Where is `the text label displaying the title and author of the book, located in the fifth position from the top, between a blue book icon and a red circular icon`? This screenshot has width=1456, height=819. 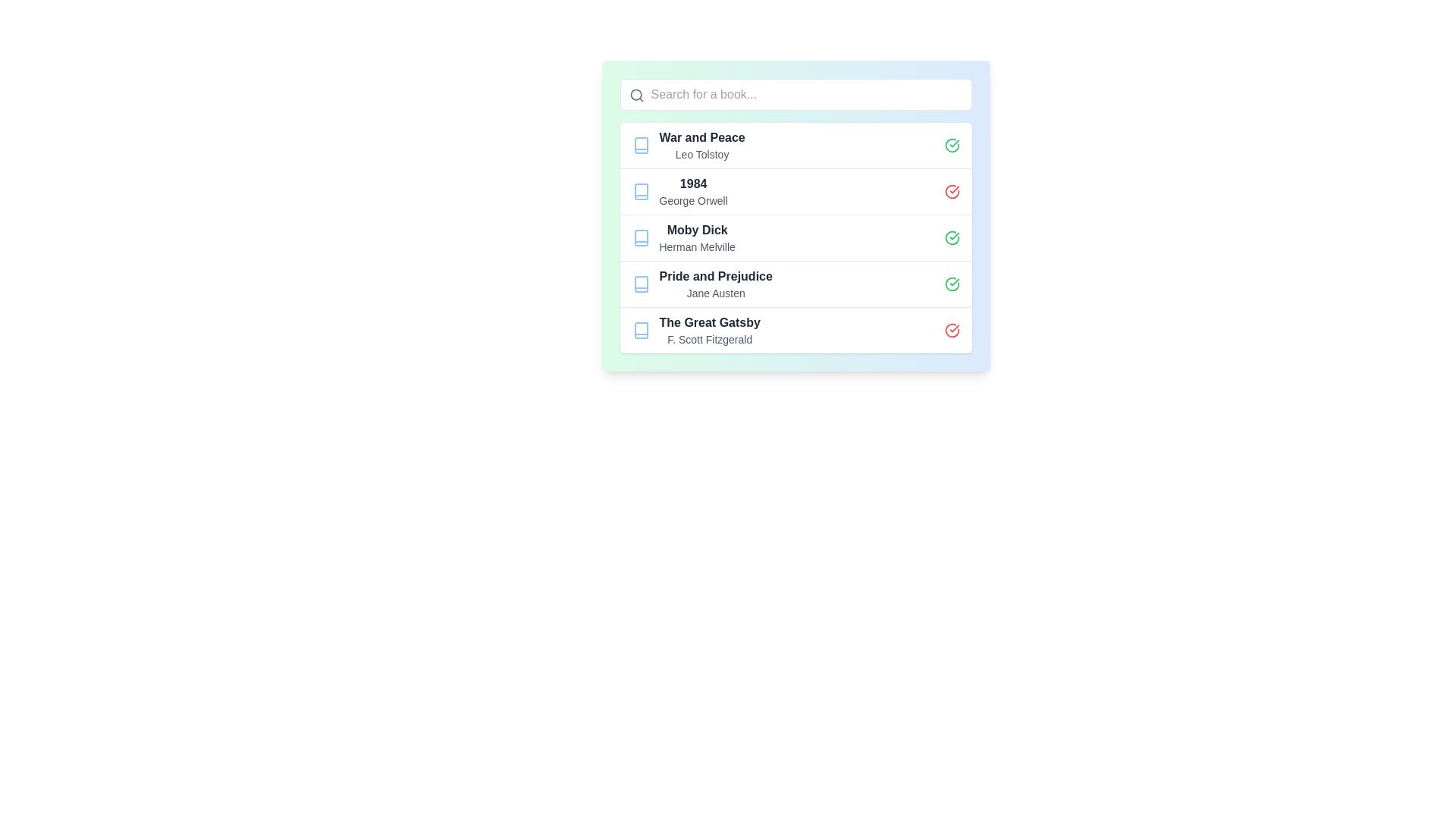 the text label displaying the title and author of the book, located in the fifth position from the top, between a blue book icon and a red circular icon is located at coordinates (709, 329).